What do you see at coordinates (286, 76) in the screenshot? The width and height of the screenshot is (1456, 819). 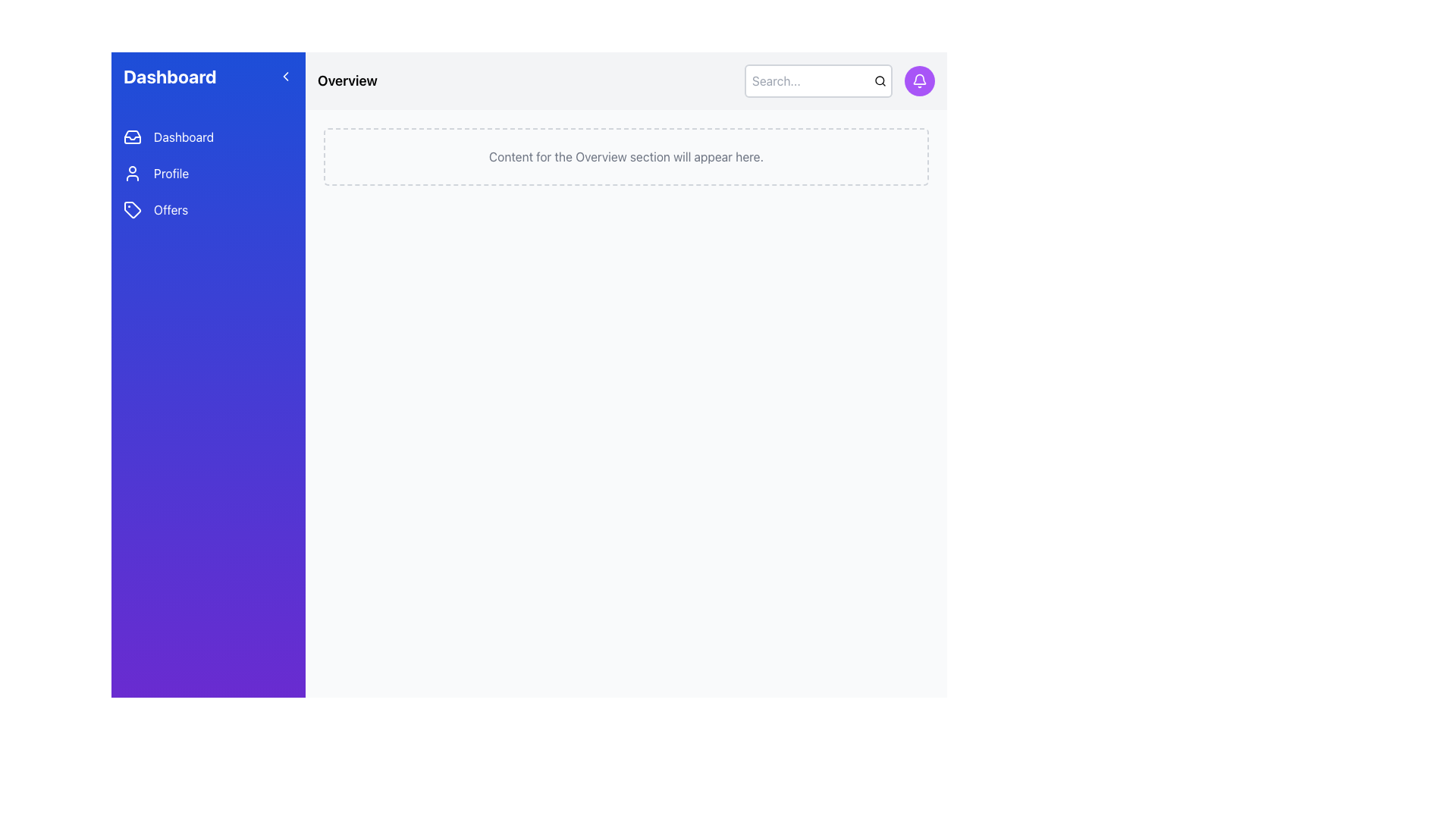 I see `the sidebar collapse button located in the top-right corner, adjacent to the 'Dashboard' label` at bounding box center [286, 76].